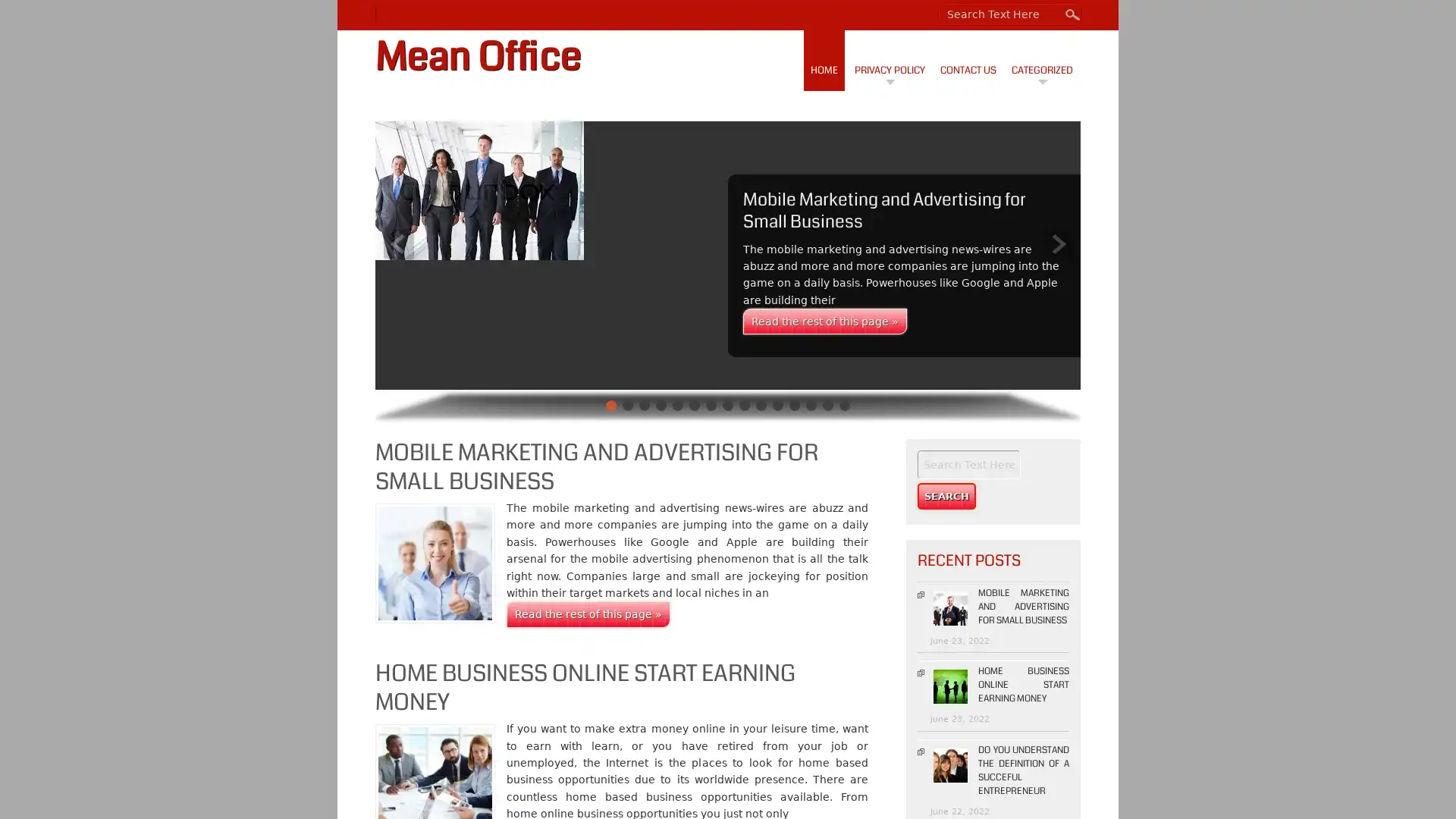 The image size is (1456, 819). What do you see at coordinates (946, 496) in the screenshot?
I see `Search` at bounding box center [946, 496].